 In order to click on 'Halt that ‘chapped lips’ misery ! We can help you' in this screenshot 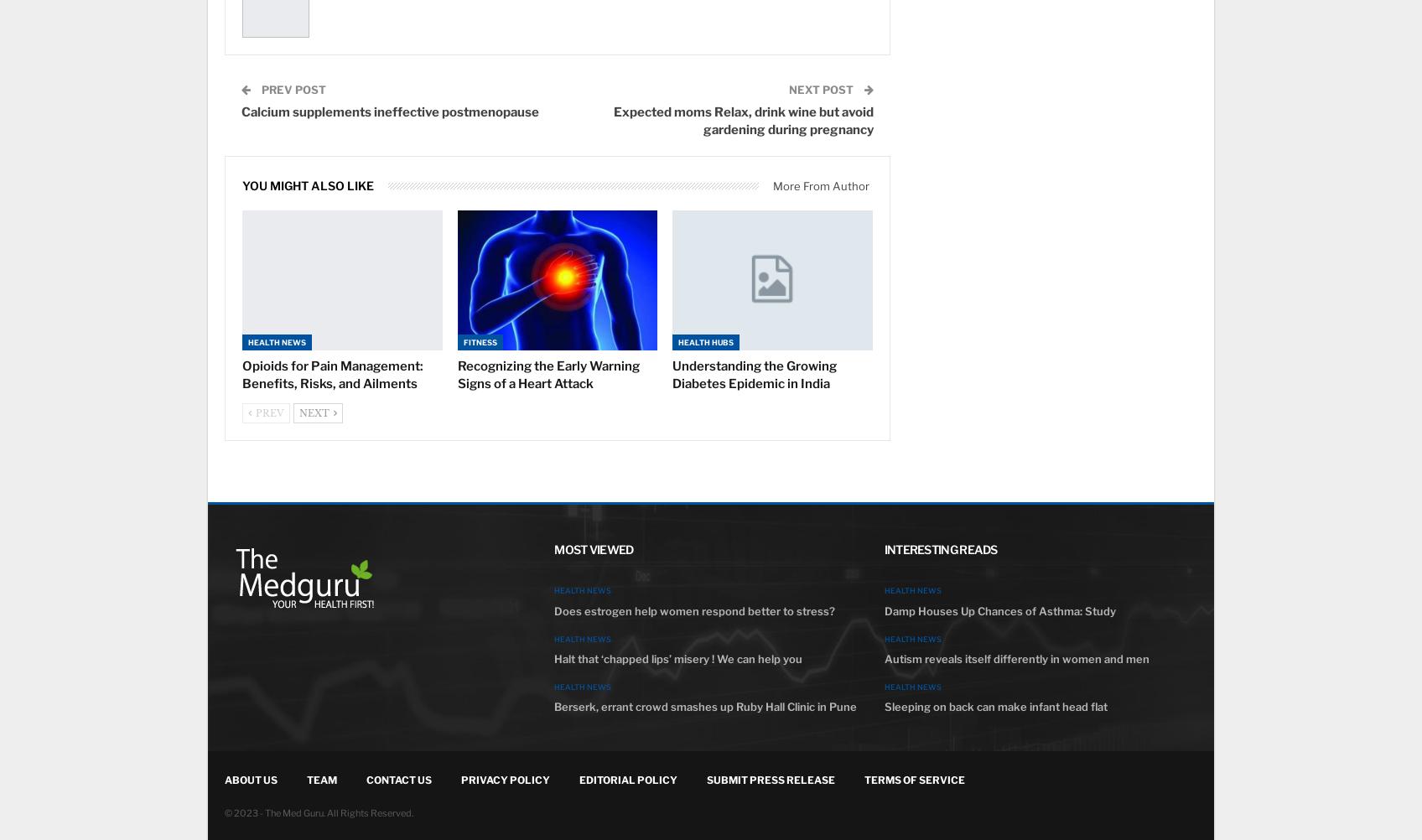, I will do `click(677, 656)`.